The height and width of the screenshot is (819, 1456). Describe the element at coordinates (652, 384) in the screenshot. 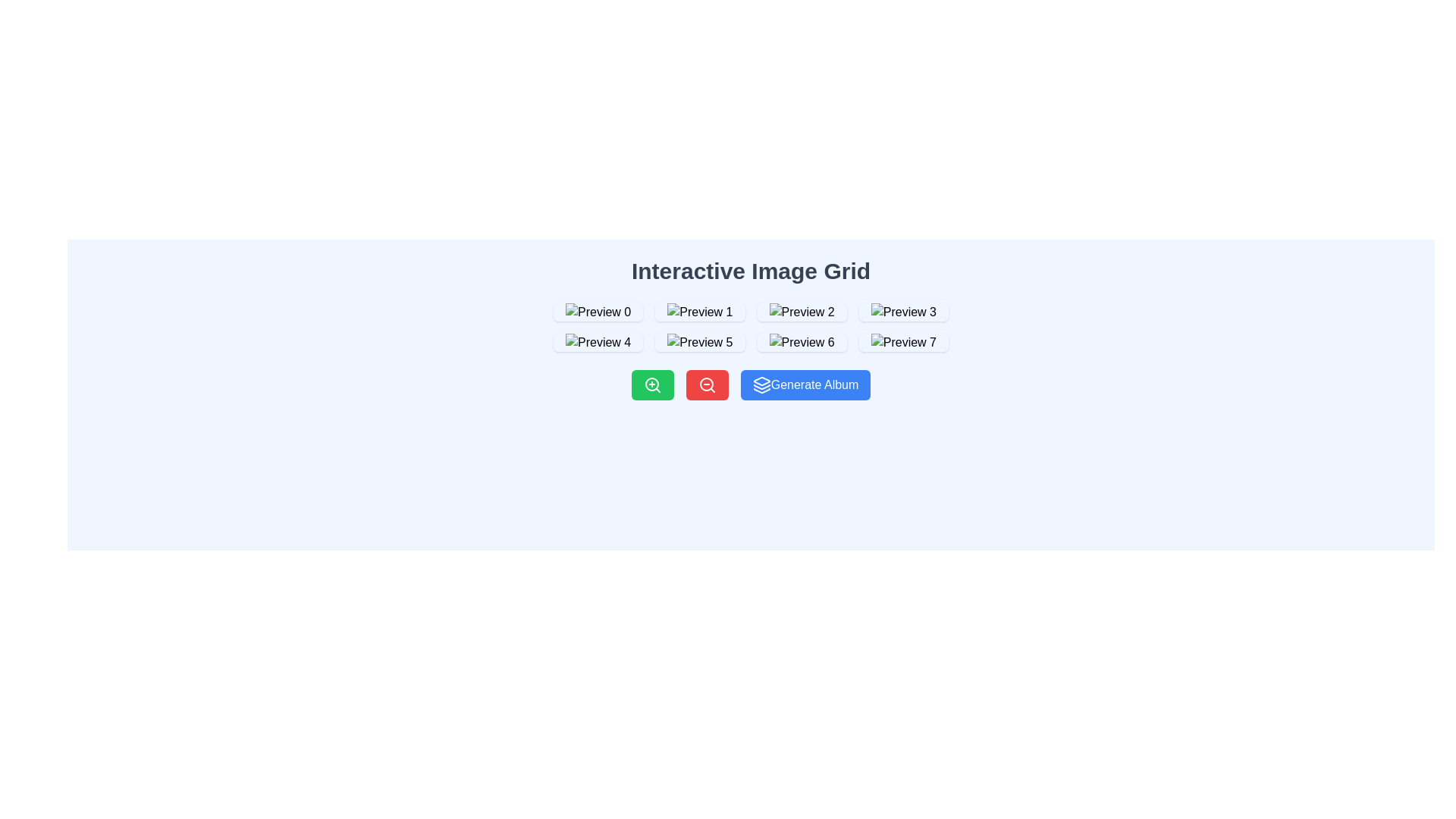

I see `the green circular zoom-in button with a white magnifying glass icon and '+' symbol, located below the grid of image previews, to zoom in` at that location.